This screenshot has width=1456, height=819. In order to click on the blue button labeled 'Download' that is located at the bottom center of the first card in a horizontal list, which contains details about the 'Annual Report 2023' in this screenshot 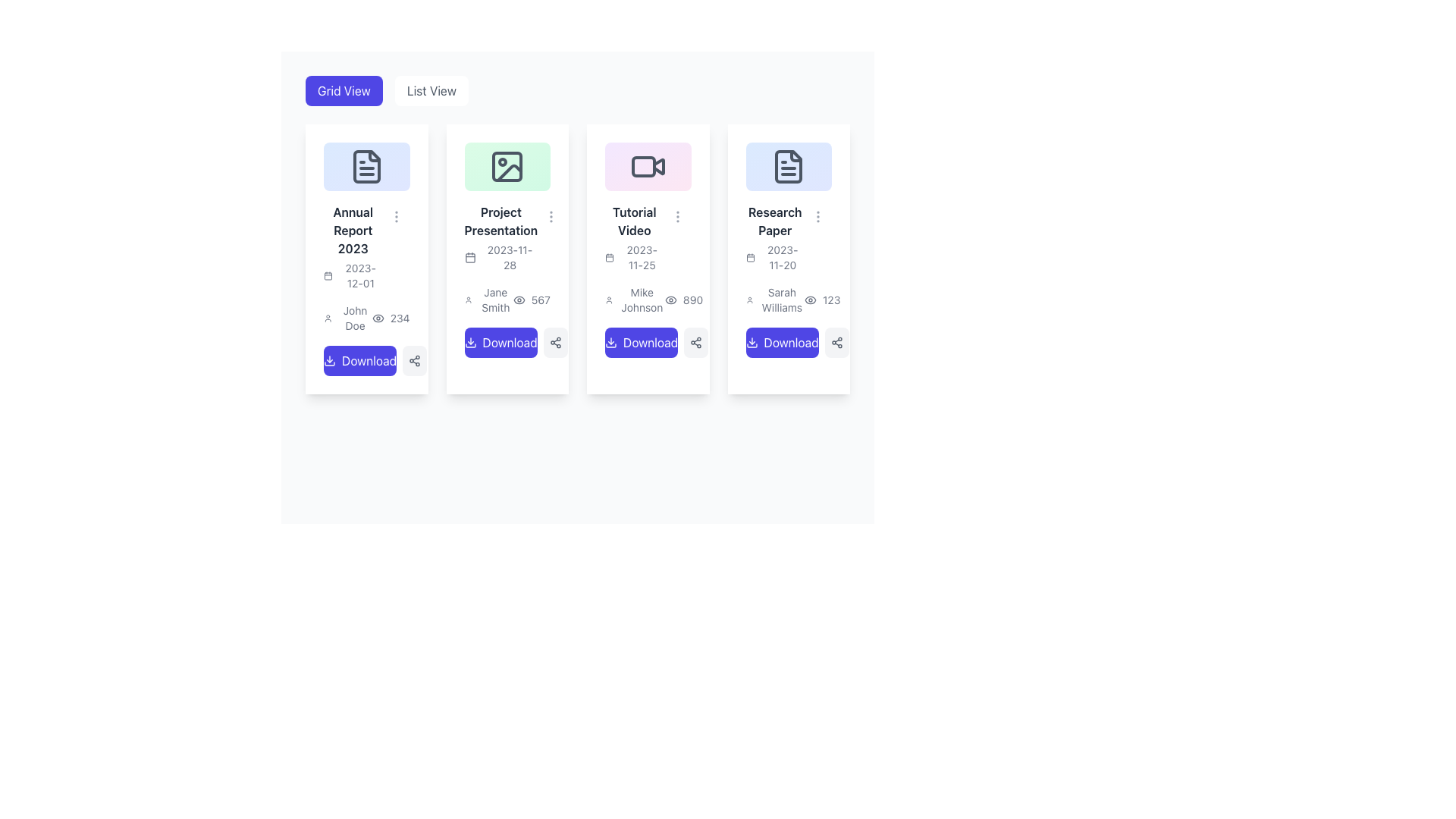, I will do `click(369, 360)`.